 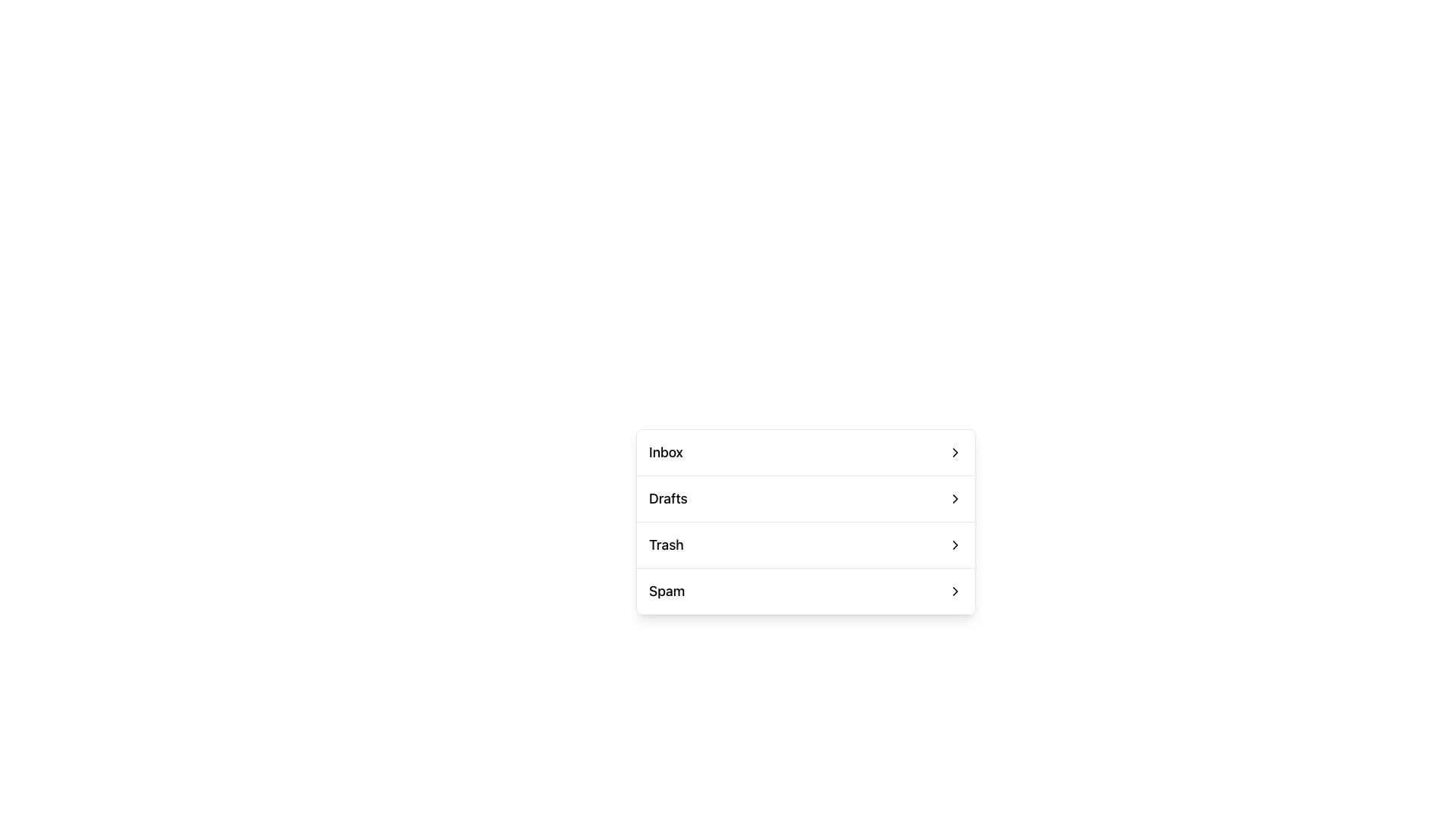 I want to click on the 'Trash' text label in the third row of the vertically stacked menu, indicating the option related to discarded items, so click(x=666, y=544).